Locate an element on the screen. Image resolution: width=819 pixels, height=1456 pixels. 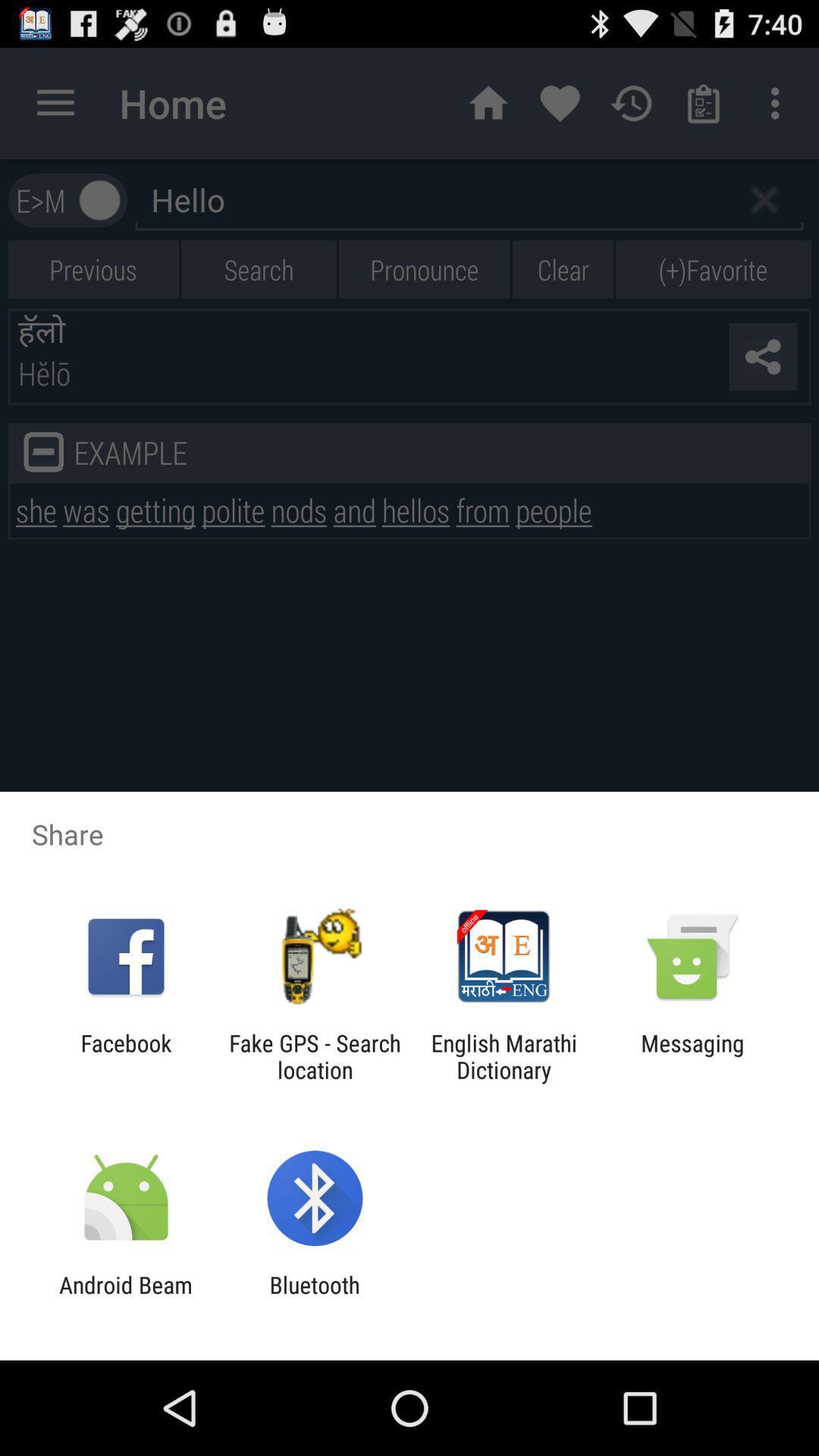
icon to the right of android beam item is located at coordinates (314, 1298).